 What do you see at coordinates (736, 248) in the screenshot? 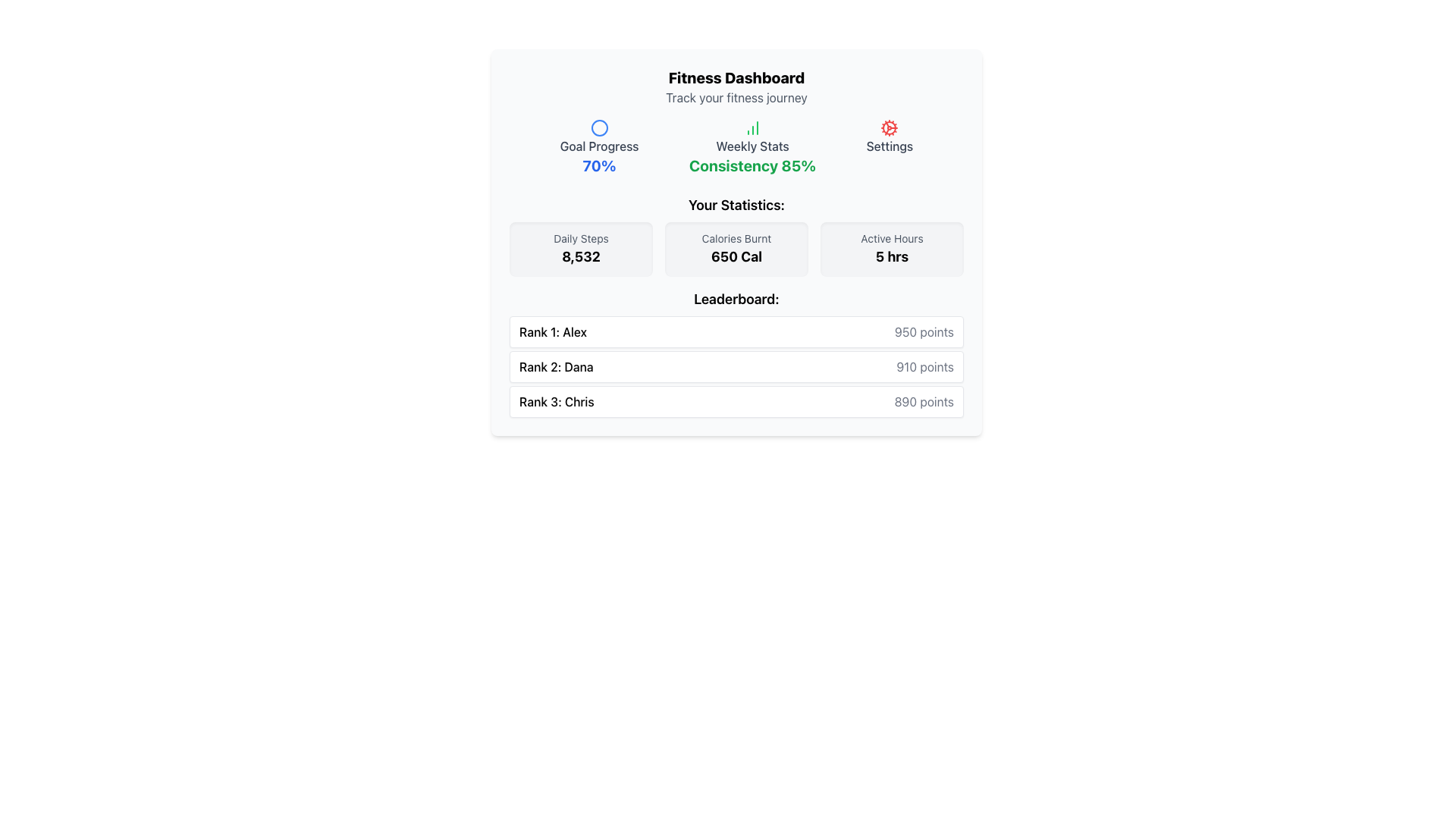
I see `the Grid Layout with Text Content that displays fitness statistics, specifically located beneath the 'Your Statistics' section` at bounding box center [736, 248].